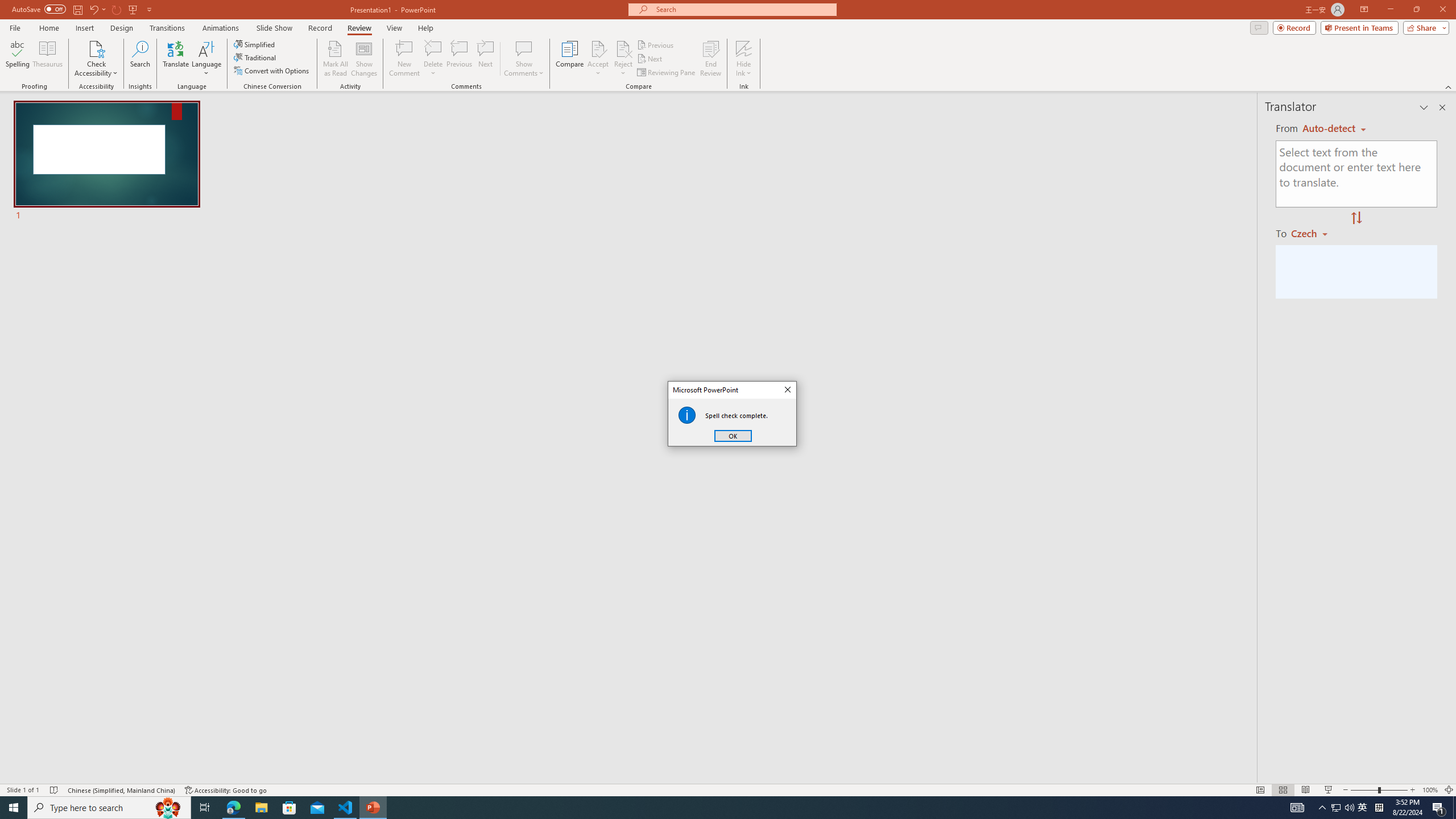 This screenshot has height=819, width=1456. What do you see at coordinates (710, 59) in the screenshot?
I see `'End Review'` at bounding box center [710, 59].